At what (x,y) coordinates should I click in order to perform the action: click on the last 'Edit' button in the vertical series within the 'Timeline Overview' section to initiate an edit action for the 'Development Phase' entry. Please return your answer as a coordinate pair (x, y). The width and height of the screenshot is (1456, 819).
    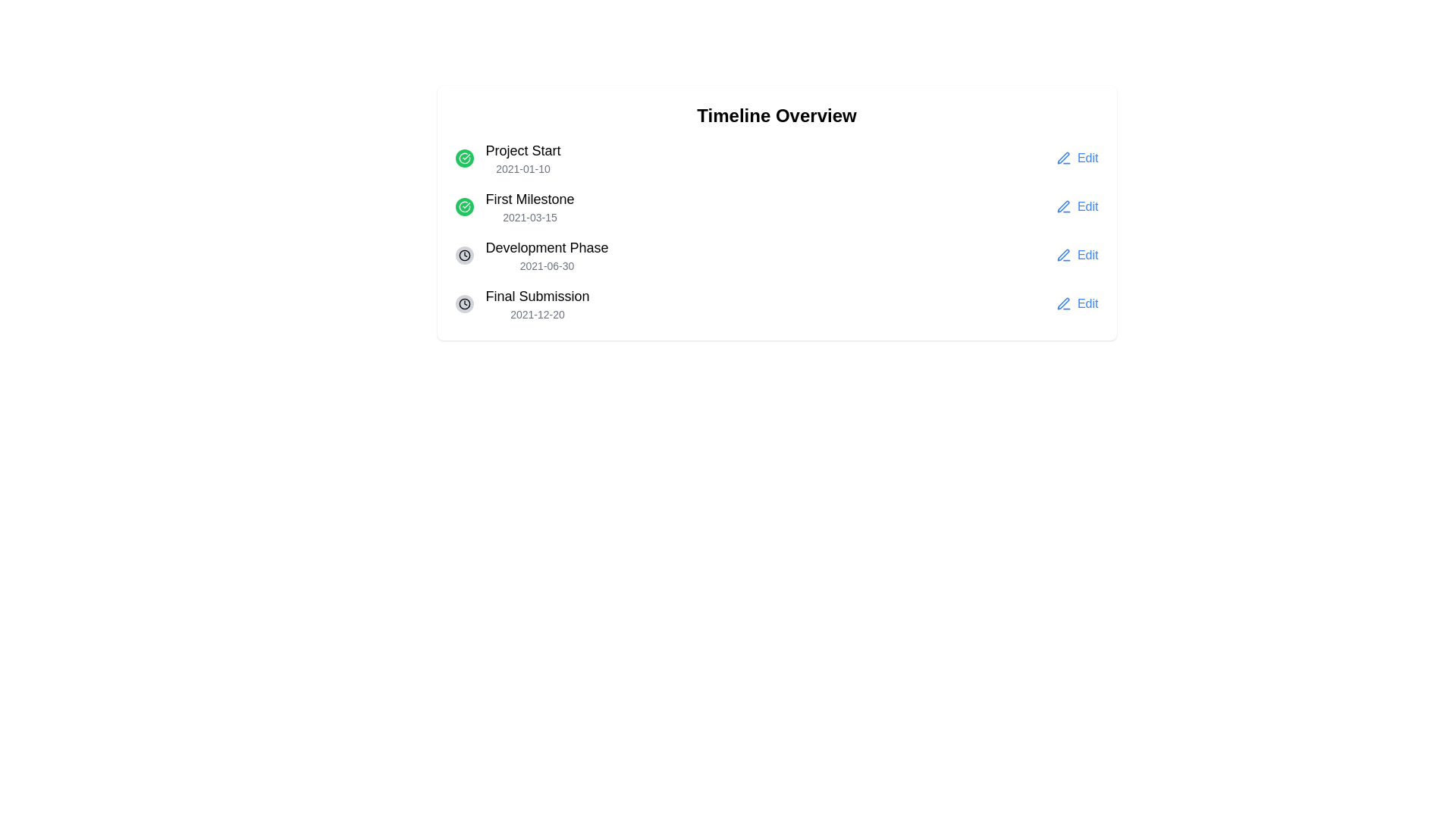
    Looking at the image, I should click on (1076, 254).